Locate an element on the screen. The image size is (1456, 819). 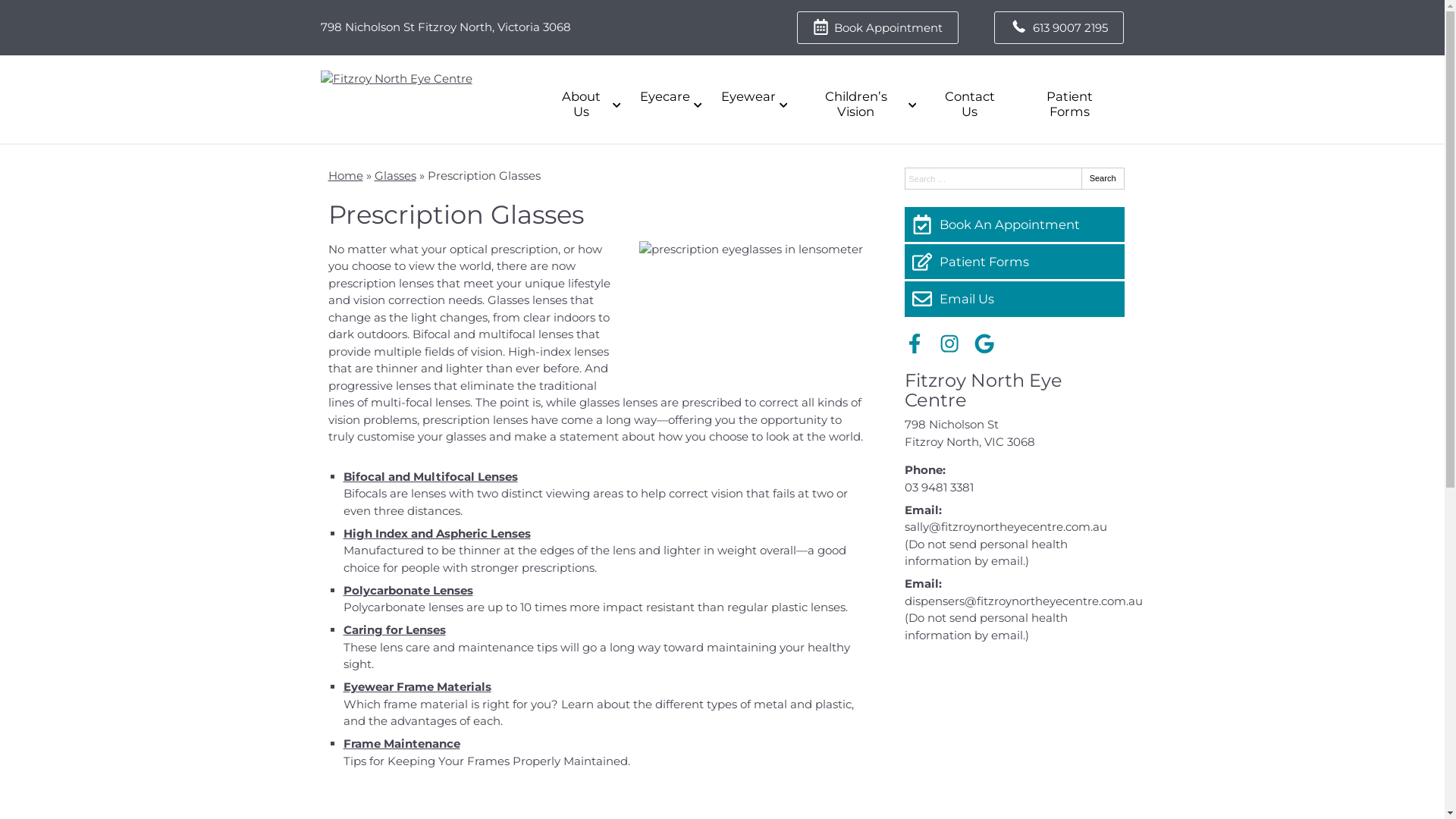
'dispensers@fitzroynortheyecentre.com.au' is located at coordinates (1022, 600).